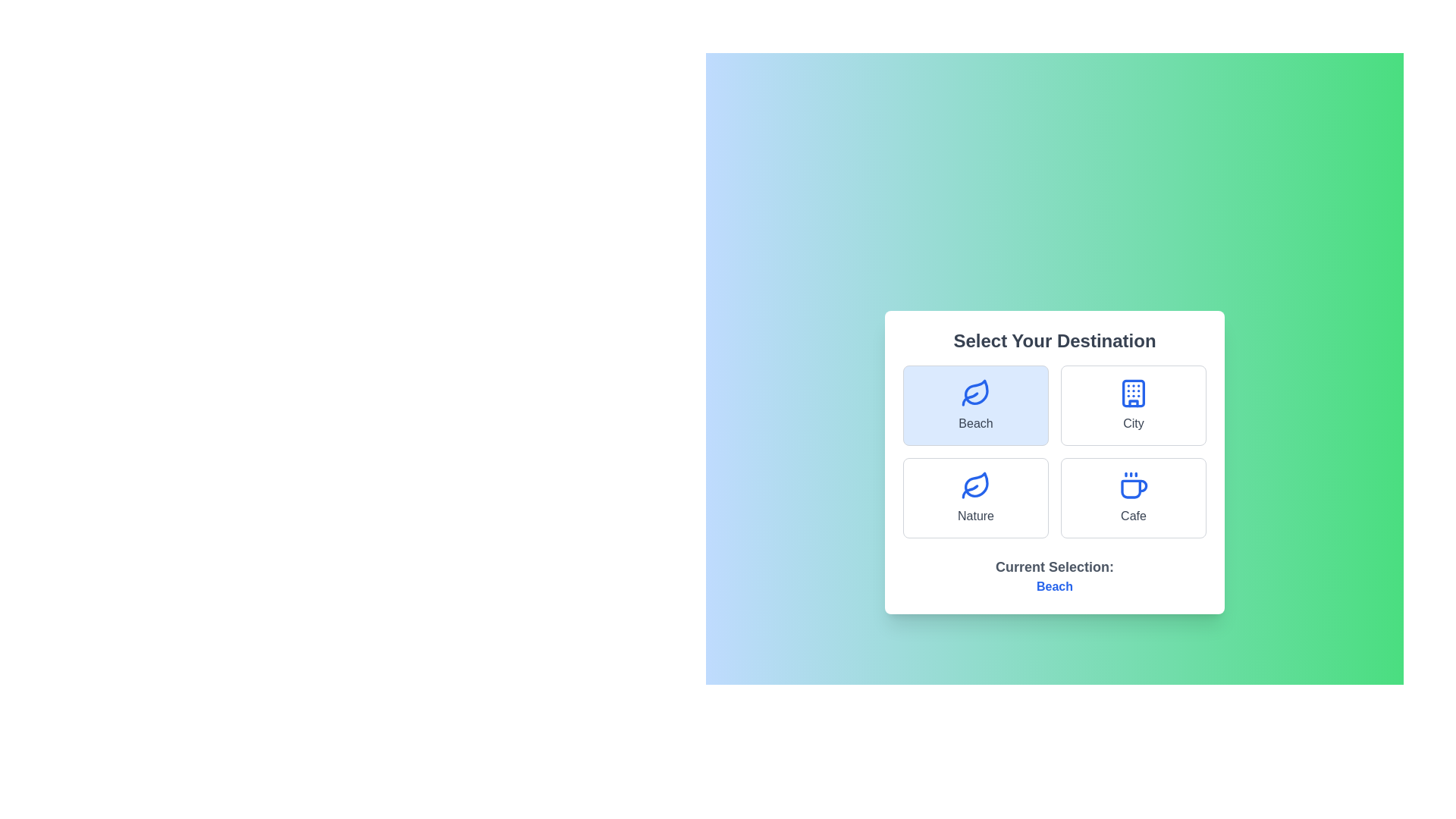 This screenshot has width=1456, height=819. What do you see at coordinates (1133, 405) in the screenshot?
I see `the City option to select it` at bounding box center [1133, 405].